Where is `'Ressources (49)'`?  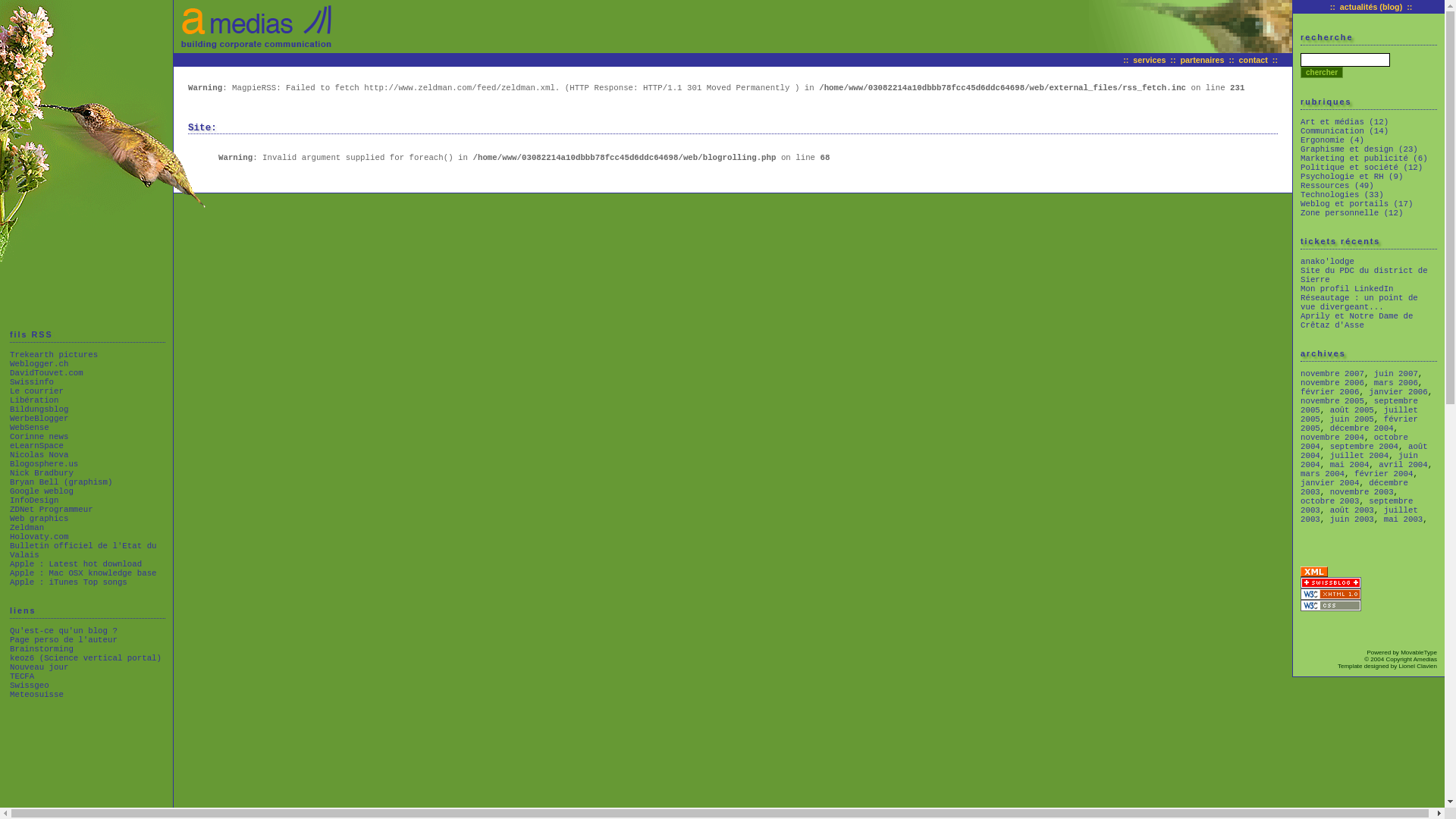 'Ressources (49)' is located at coordinates (1337, 185).